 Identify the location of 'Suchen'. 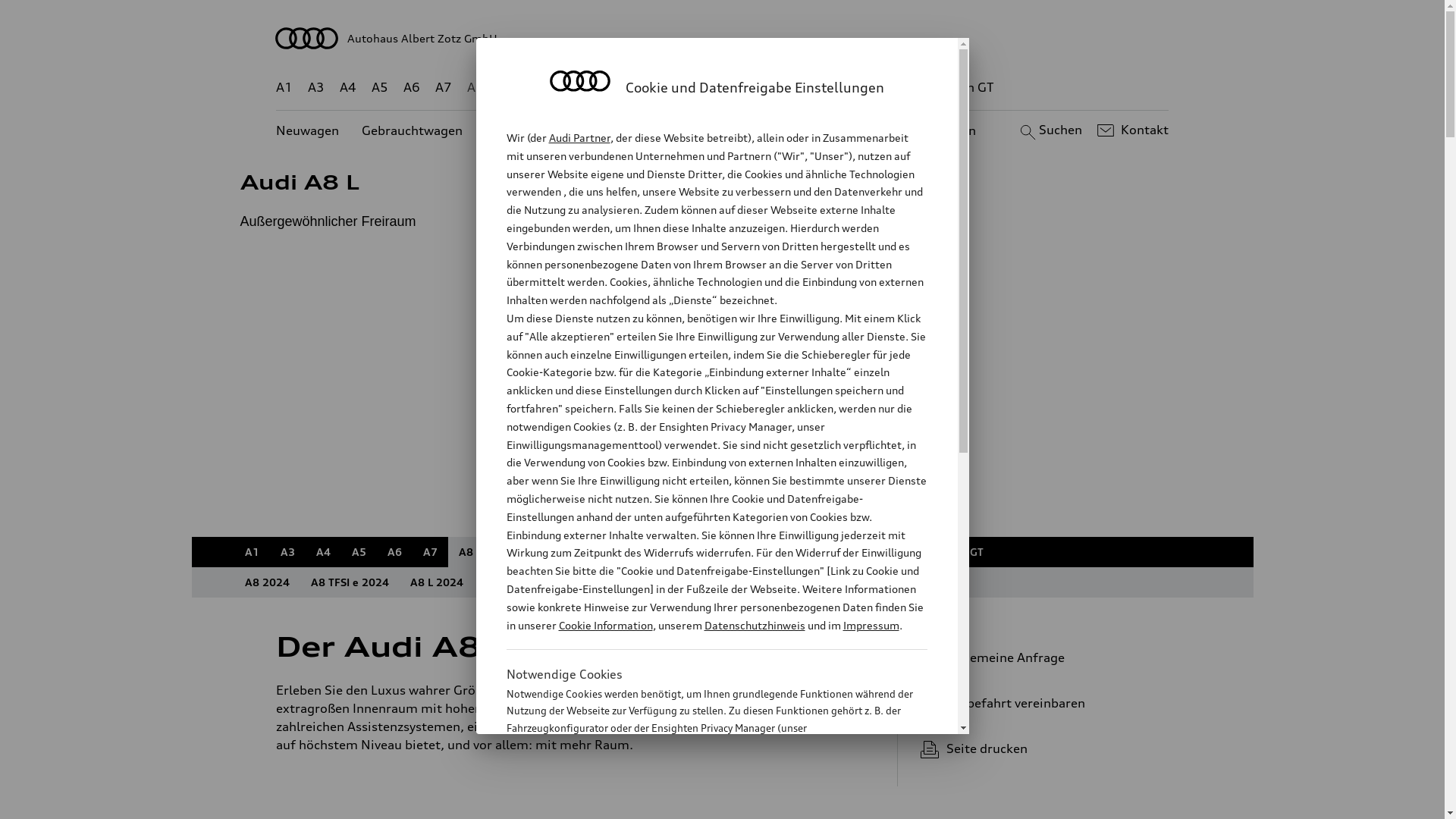
(1048, 130).